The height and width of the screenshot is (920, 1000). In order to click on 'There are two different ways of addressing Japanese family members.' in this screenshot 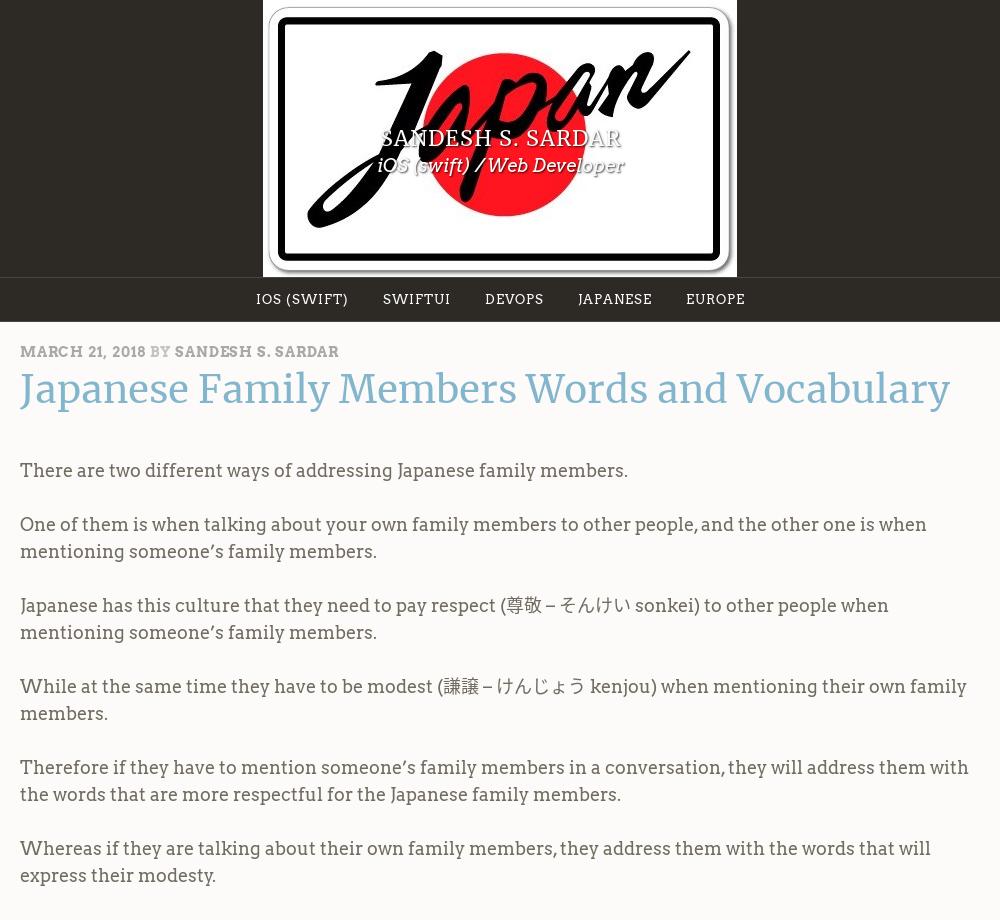, I will do `click(323, 469)`.